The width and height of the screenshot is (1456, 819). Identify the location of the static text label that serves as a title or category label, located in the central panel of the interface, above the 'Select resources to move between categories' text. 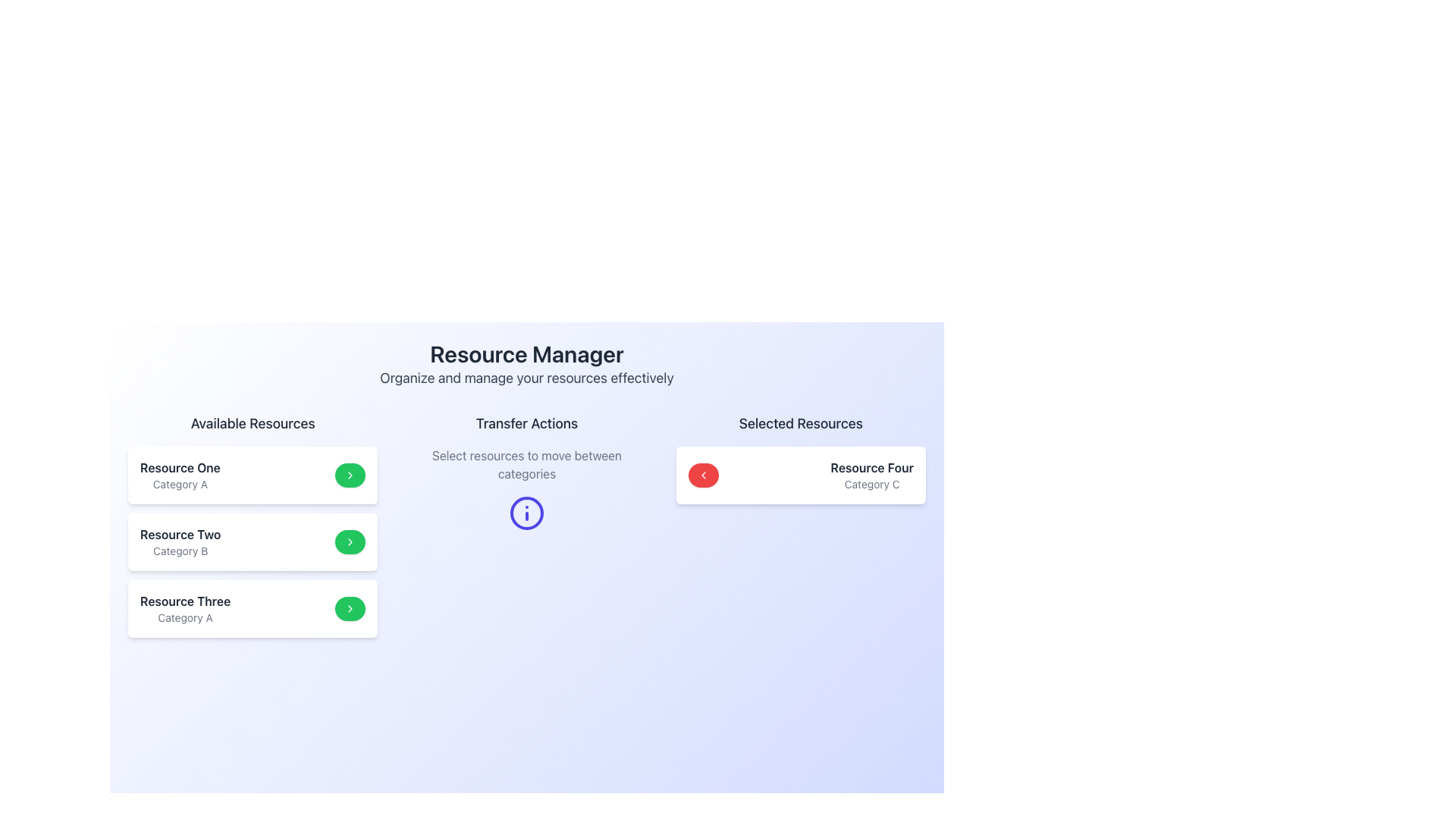
(527, 424).